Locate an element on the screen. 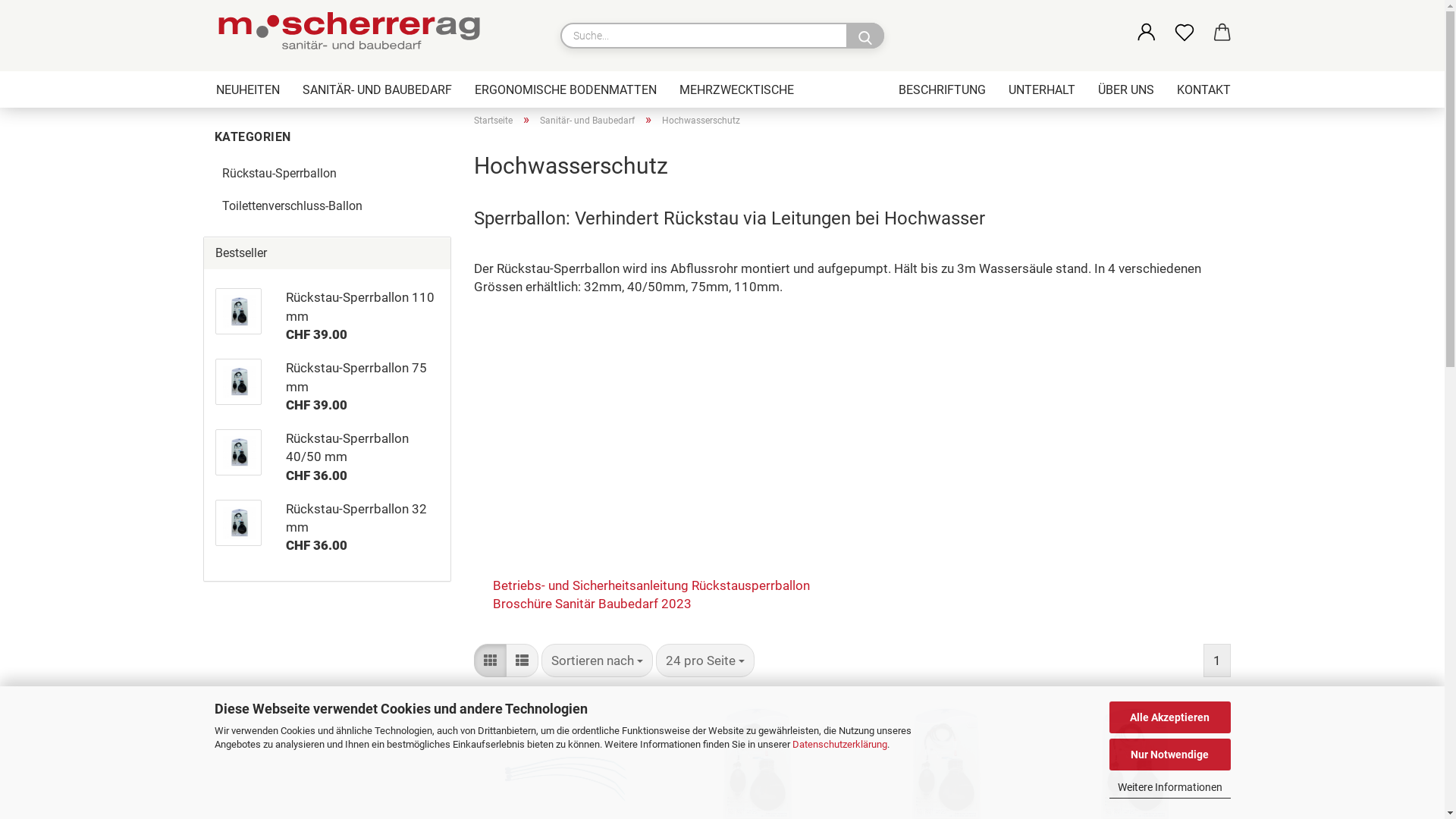 This screenshot has height=819, width=1456. 'MEHRZWECKTISCHE' is located at coordinates (736, 89).